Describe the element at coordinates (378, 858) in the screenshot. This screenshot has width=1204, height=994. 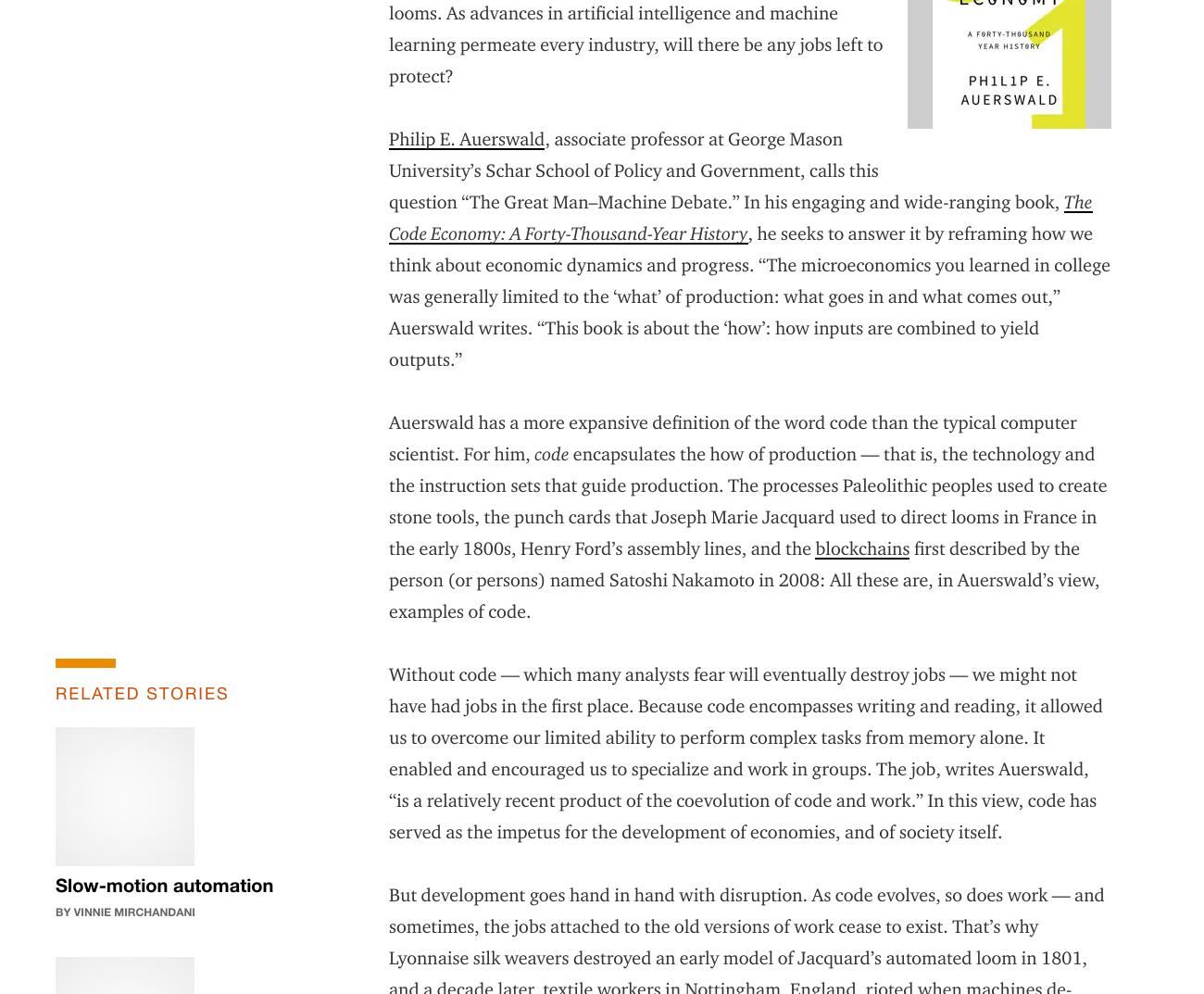
I see `'Sign up for newsletters'` at that location.